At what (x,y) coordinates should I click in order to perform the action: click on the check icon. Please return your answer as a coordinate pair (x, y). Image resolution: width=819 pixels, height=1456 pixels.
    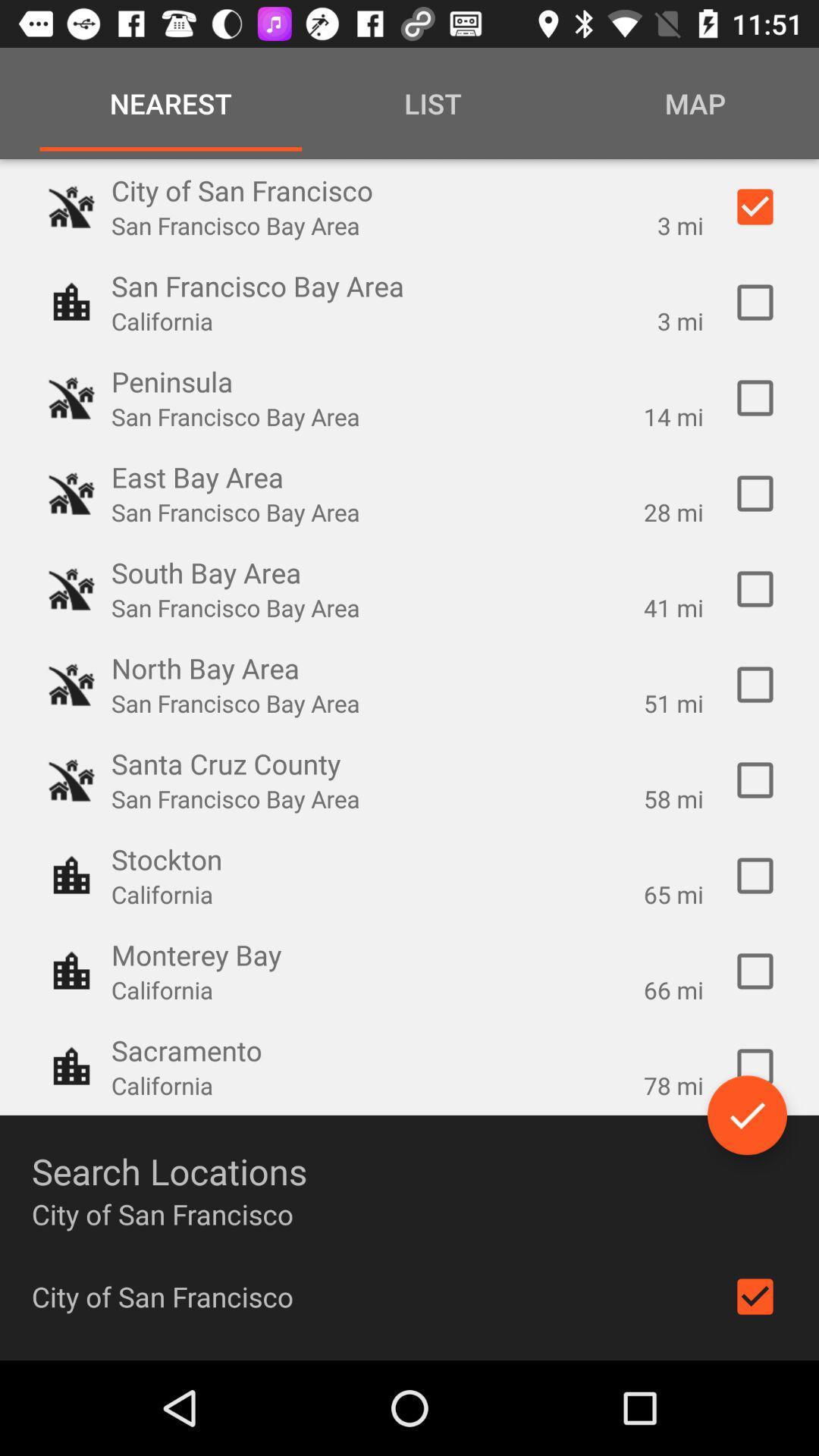
    Looking at the image, I should click on (746, 1115).